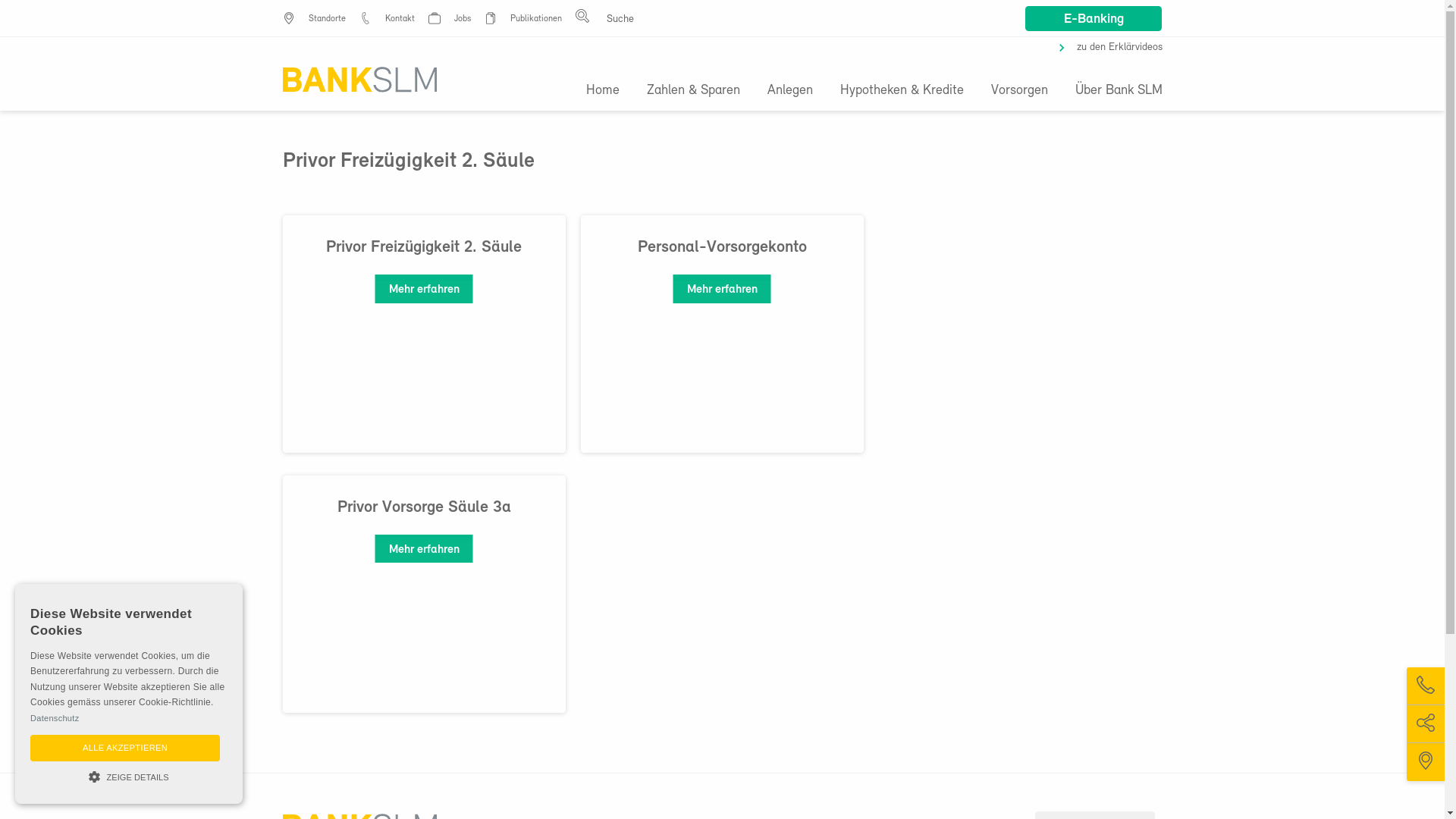 This screenshot has height=819, width=1456. Describe the element at coordinates (358, 79) in the screenshot. I see `'Bank SLM'` at that location.